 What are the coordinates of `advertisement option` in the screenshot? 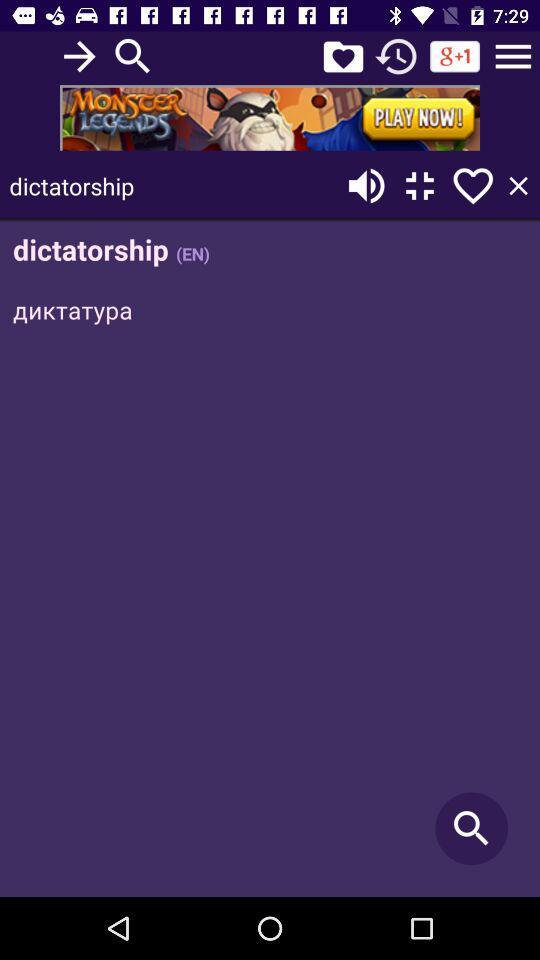 It's located at (270, 117).